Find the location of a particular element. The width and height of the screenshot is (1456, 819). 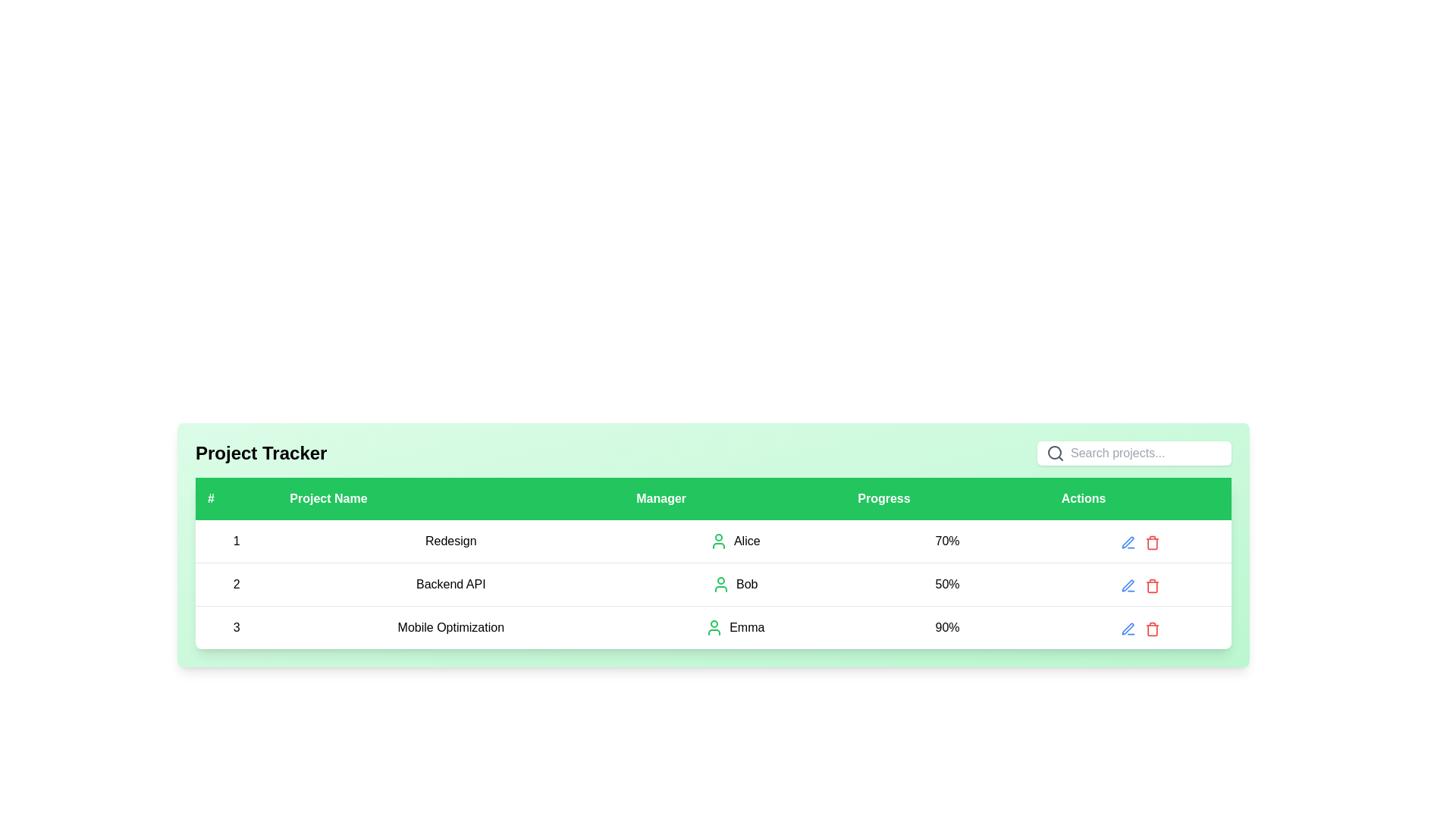

text displayed in the Text Label with an Icon indicating the manager of the 'Mobile Optimization' project, which is 'Emma' is located at coordinates (735, 628).